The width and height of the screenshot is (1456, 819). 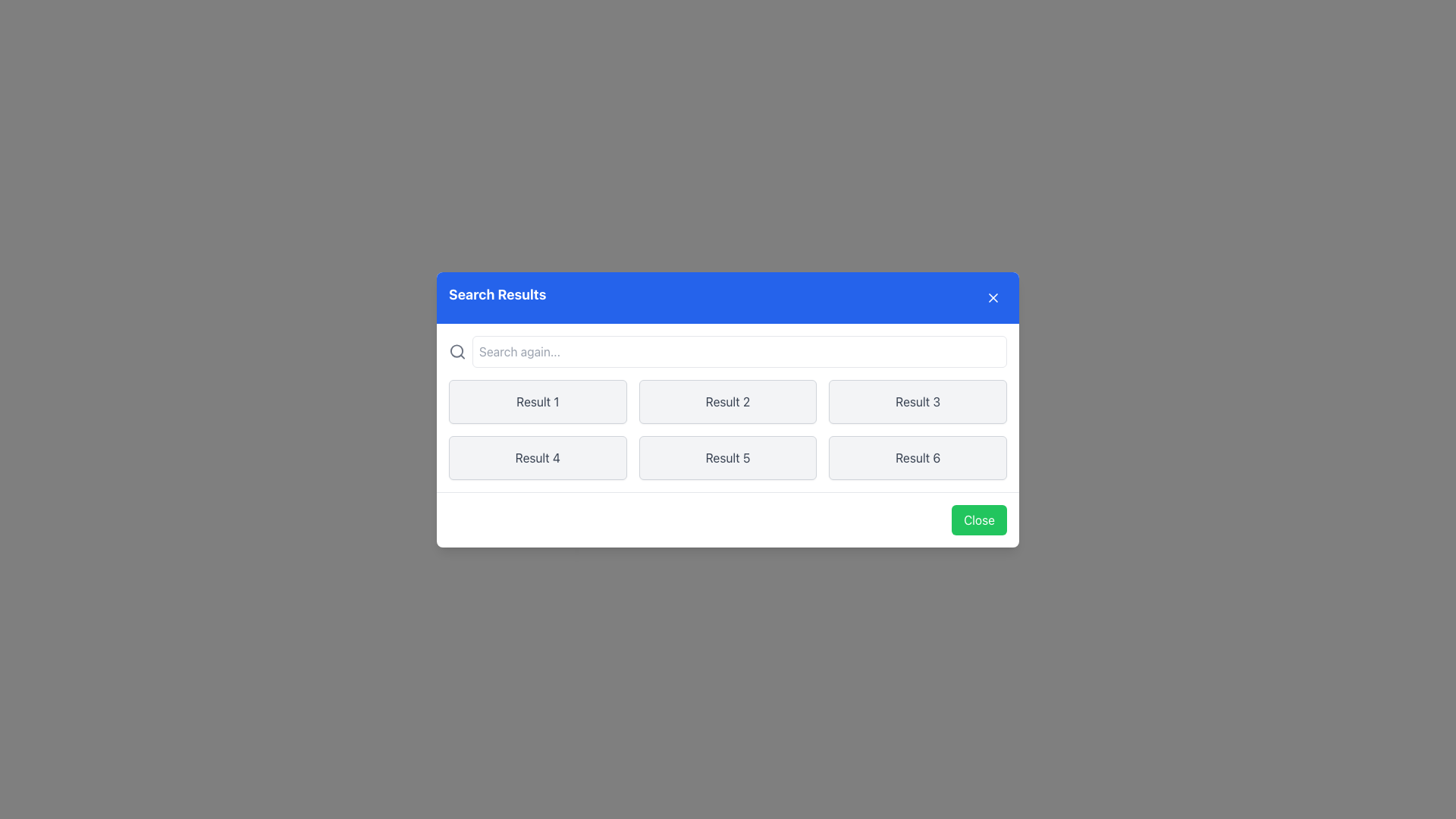 What do you see at coordinates (728, 409) in the screenshot?
I see `the button representing 'Result 2' in the top row of the modal dialog` at bounding box center [728, 409].